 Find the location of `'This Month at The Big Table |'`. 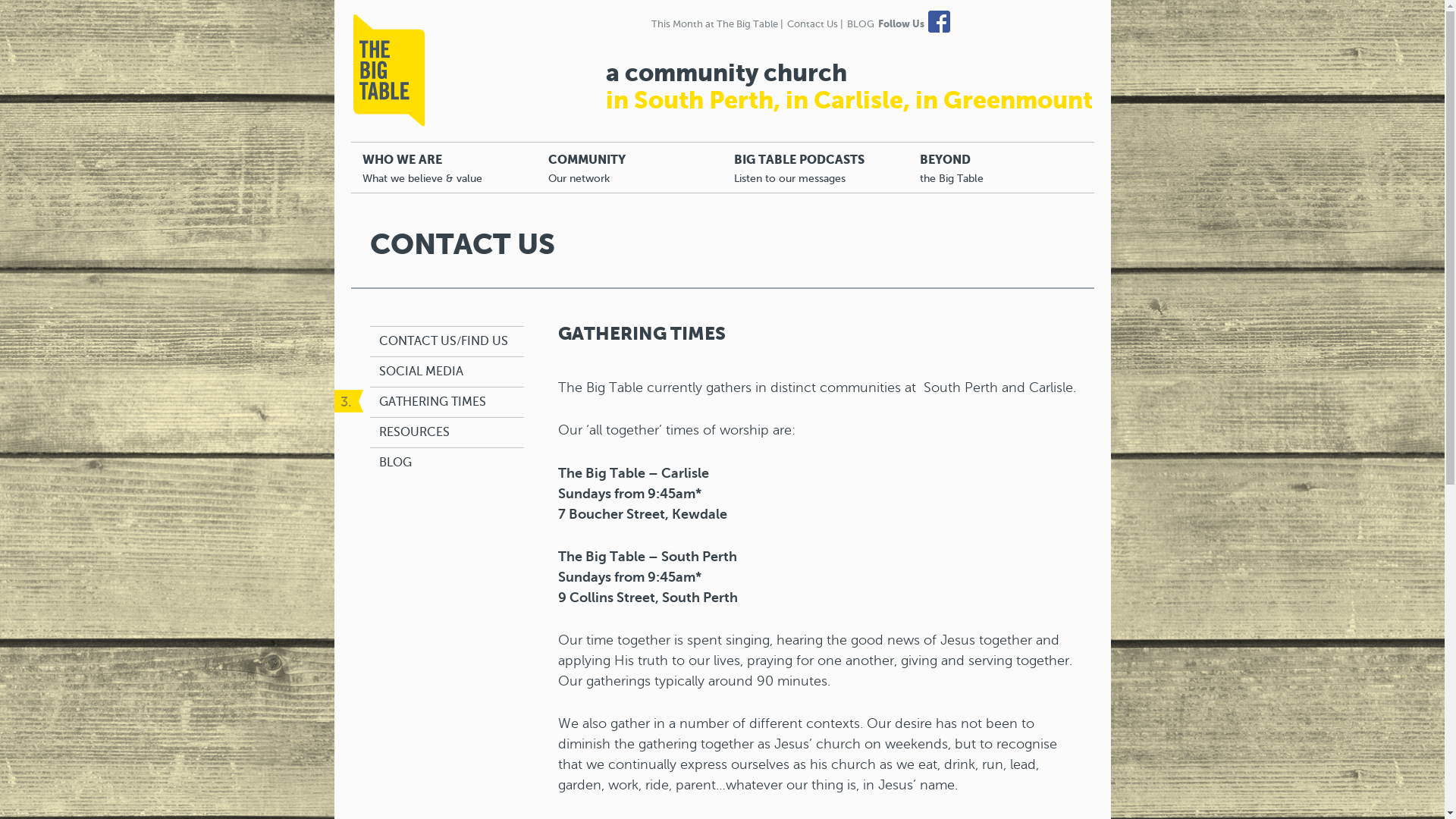

'This Month at The Big Table |' is located at coordinates (716, 24).